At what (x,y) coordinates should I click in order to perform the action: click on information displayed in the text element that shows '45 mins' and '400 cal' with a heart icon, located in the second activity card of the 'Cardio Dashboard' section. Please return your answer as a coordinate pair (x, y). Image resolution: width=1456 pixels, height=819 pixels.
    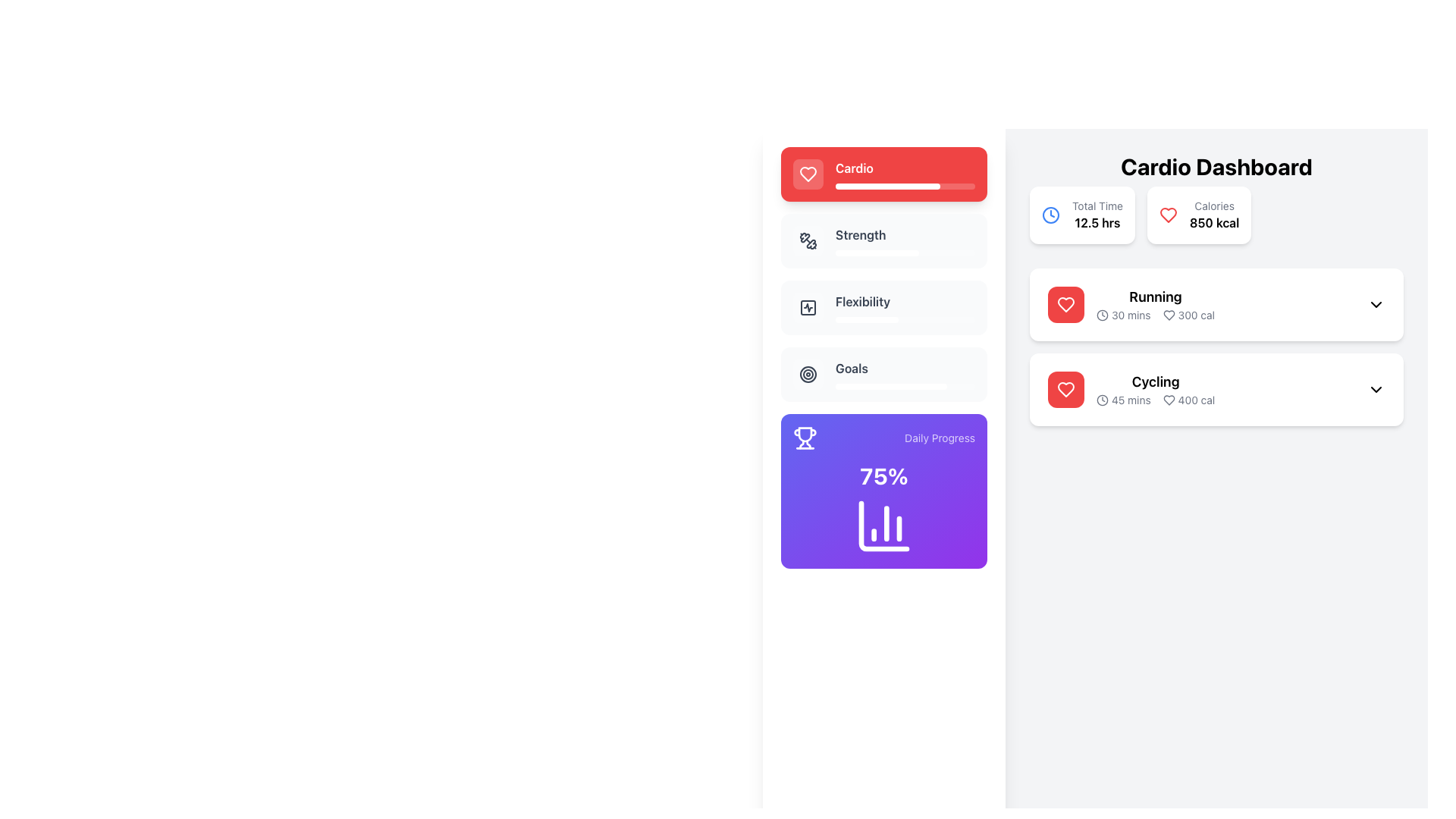
    Looking at the image, I should click on (1155, 400).